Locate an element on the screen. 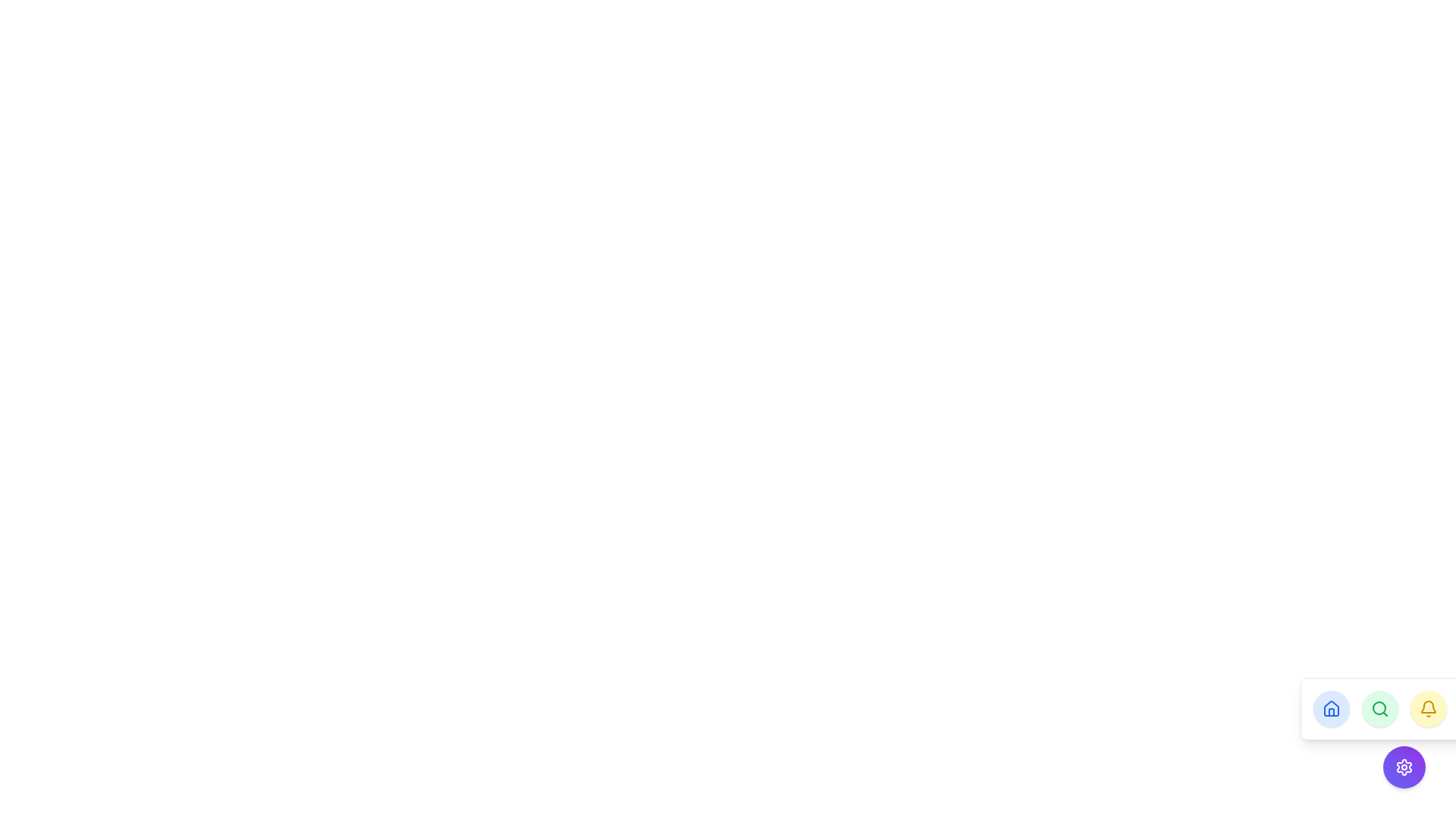 This screenshot has width=1456, height=819. the circular yellow button with a bell icon at the center is located at coordinates (1427, 708).